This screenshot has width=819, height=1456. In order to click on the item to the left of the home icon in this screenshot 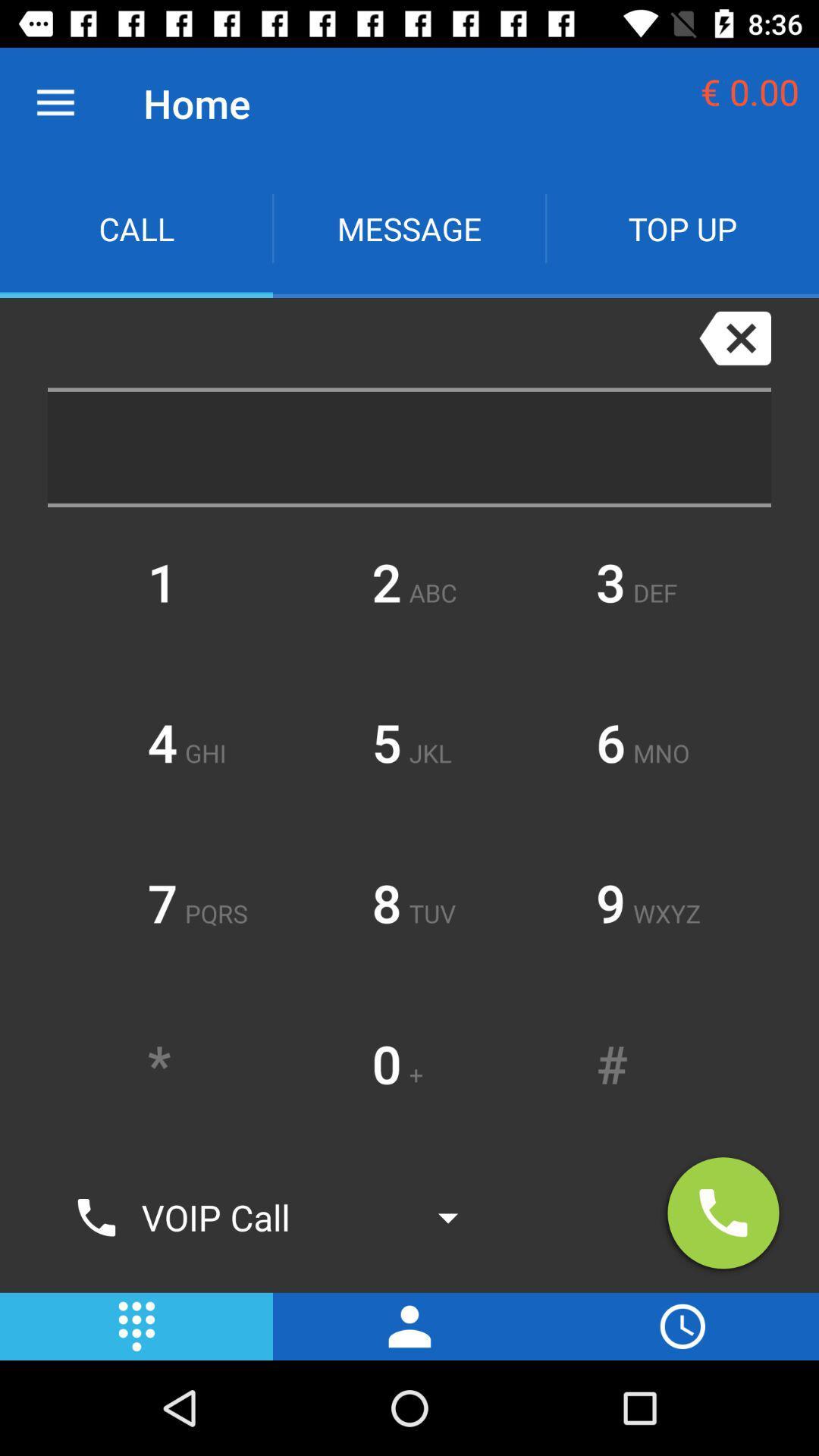, I will do `click(55, 102)`.